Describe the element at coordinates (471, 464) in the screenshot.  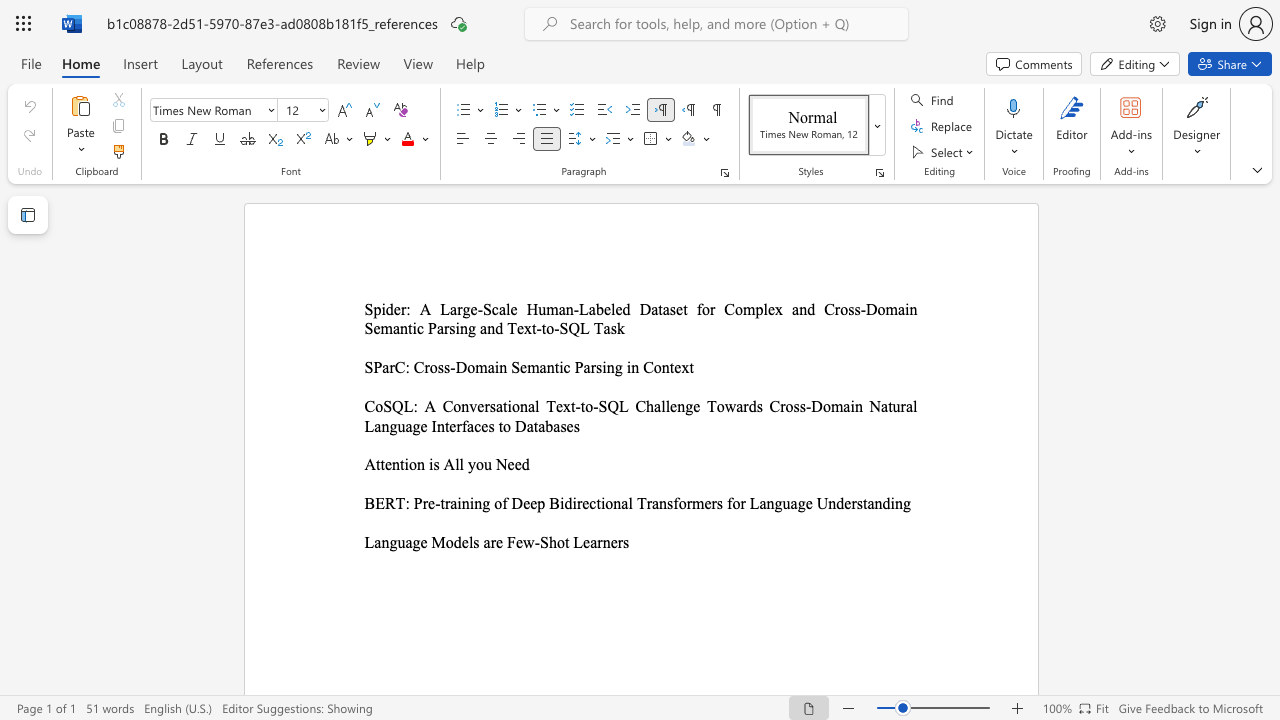
I see `the 1th character "y" in the text` at that location.